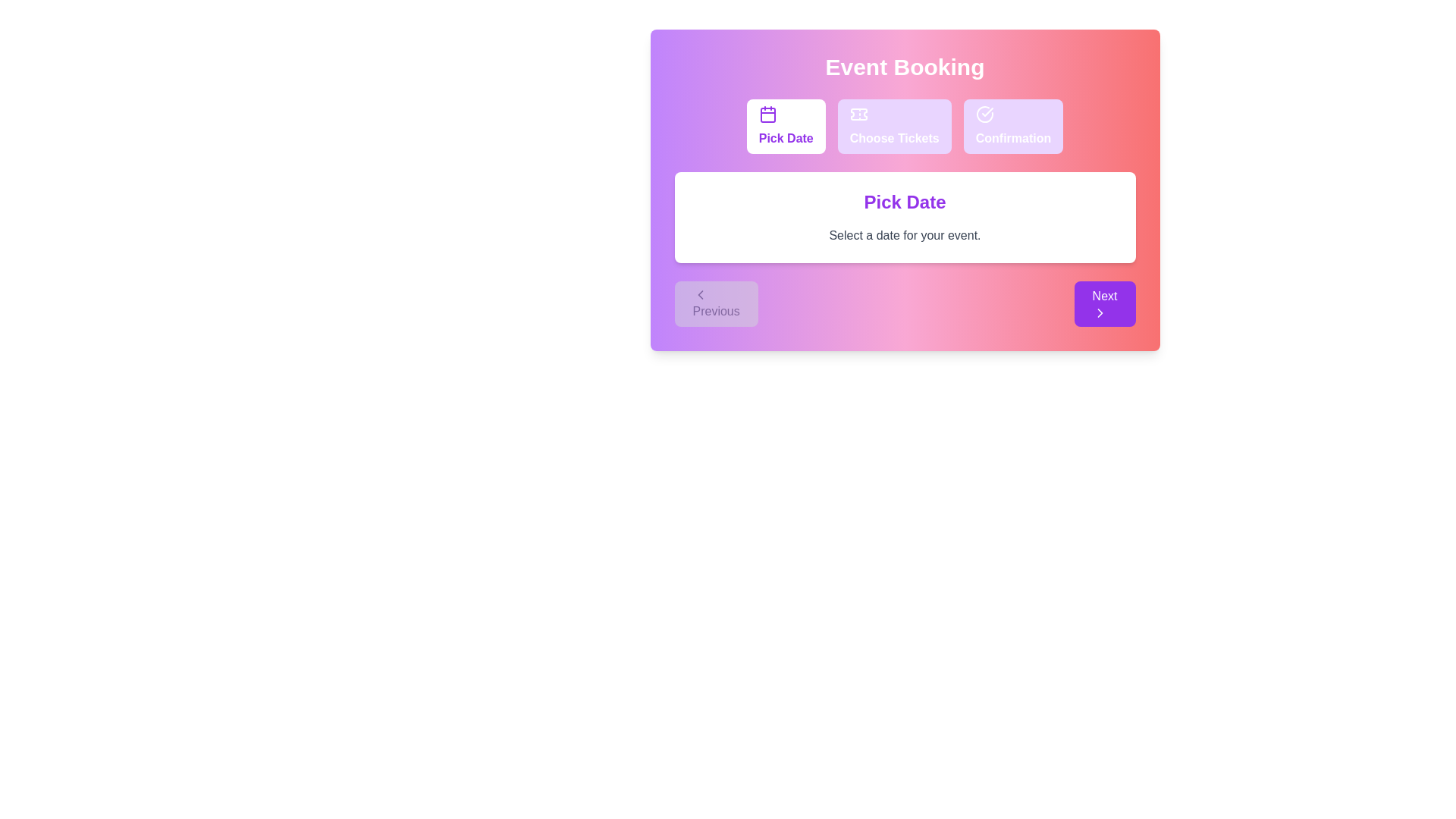 The height and width of the screenshot is (819, 1456). What do you see at coordinates (767, 113) in the screenshot?
I see `the calendar icon with a purple outline located in the 'Pick Date' button, positioned as the leftmost option in the upper row of options` at bounding box center [767, 113].